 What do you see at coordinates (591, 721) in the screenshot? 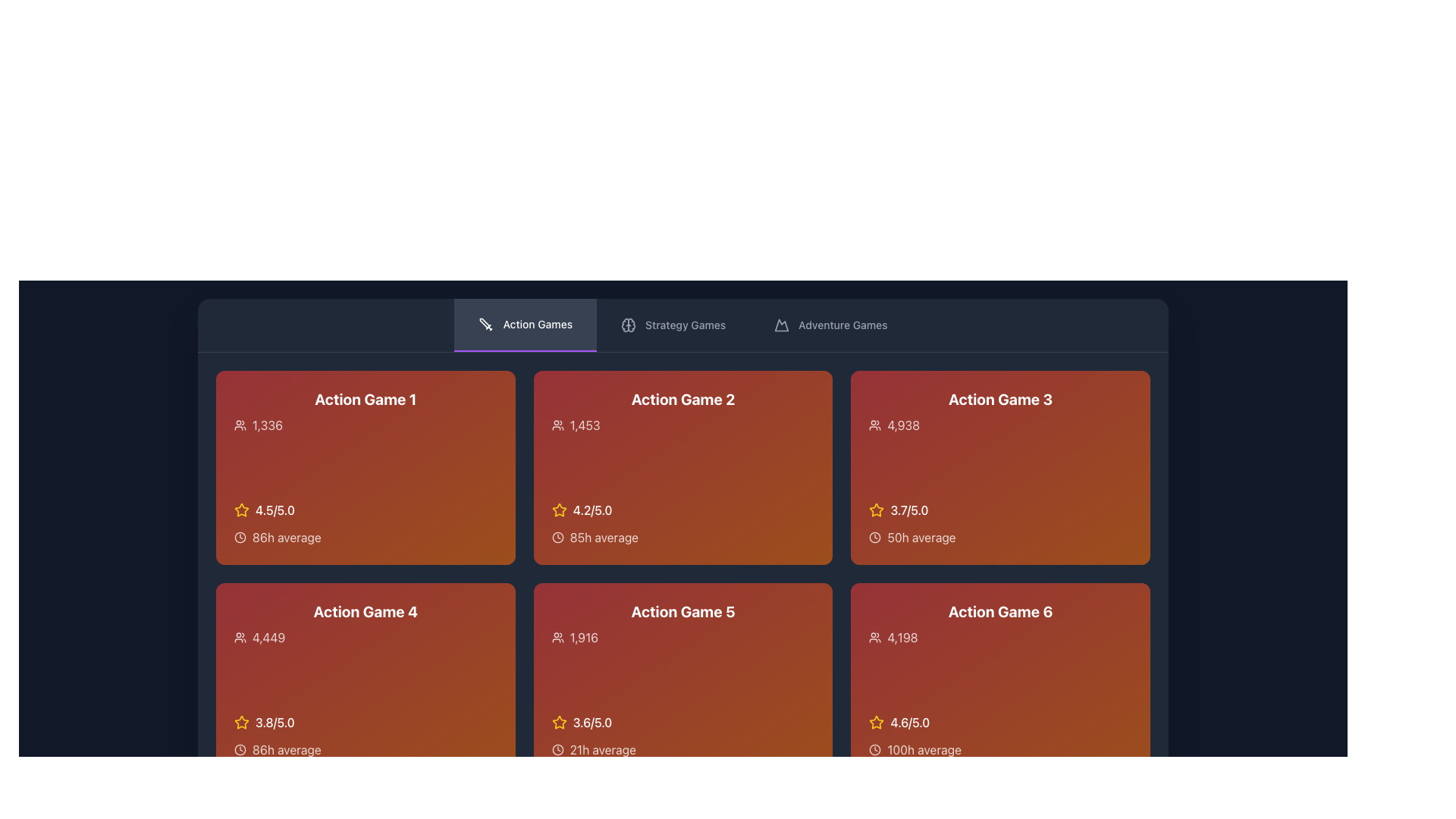
I see `the rating displayed as '3.6/5.0' in white font on a reddish-brown background, located beneath the user count on the card labeled 'Action Game 5.'` at bounding box center [591, 721].